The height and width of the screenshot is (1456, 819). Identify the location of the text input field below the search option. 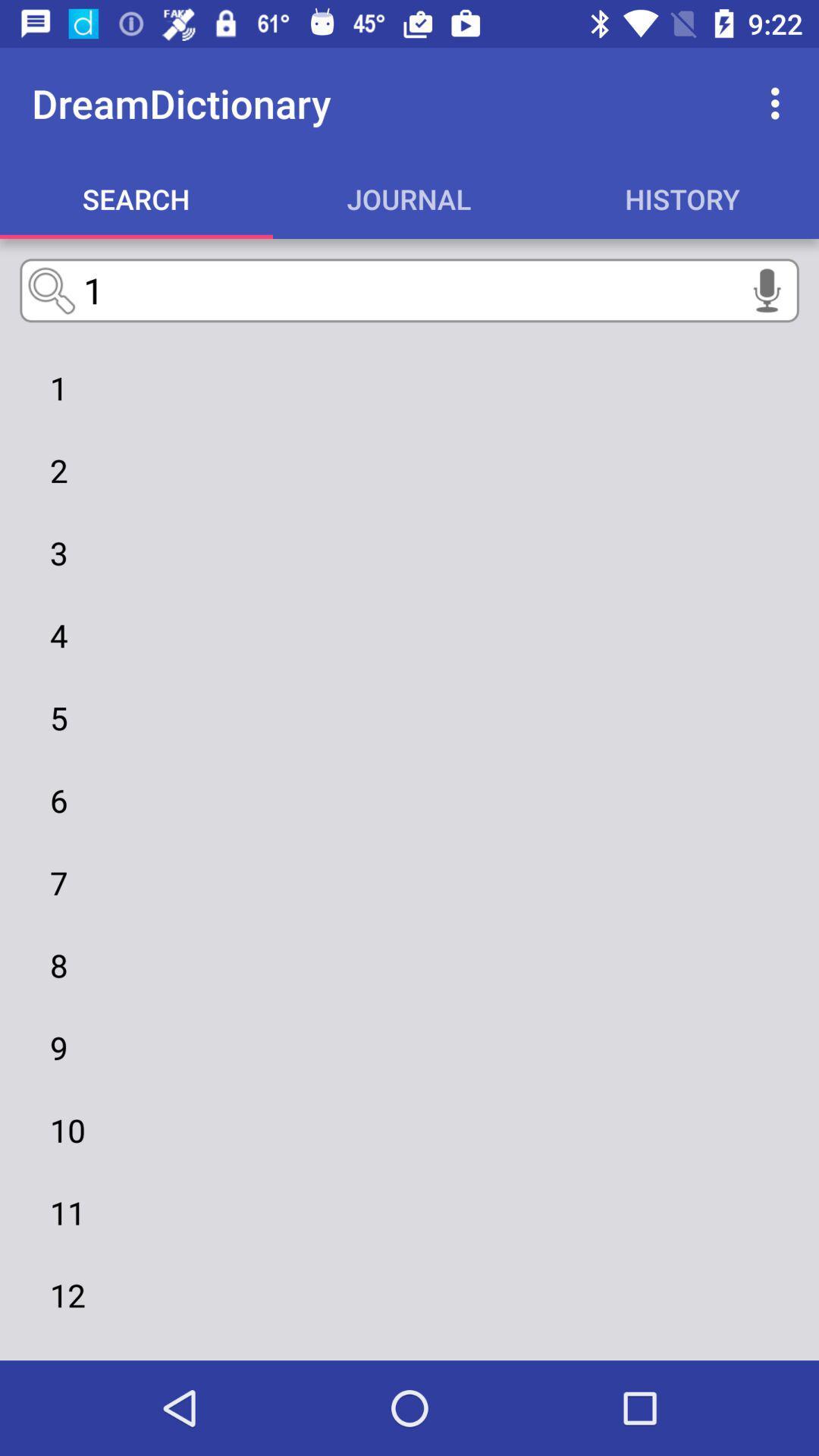
(409, 290).